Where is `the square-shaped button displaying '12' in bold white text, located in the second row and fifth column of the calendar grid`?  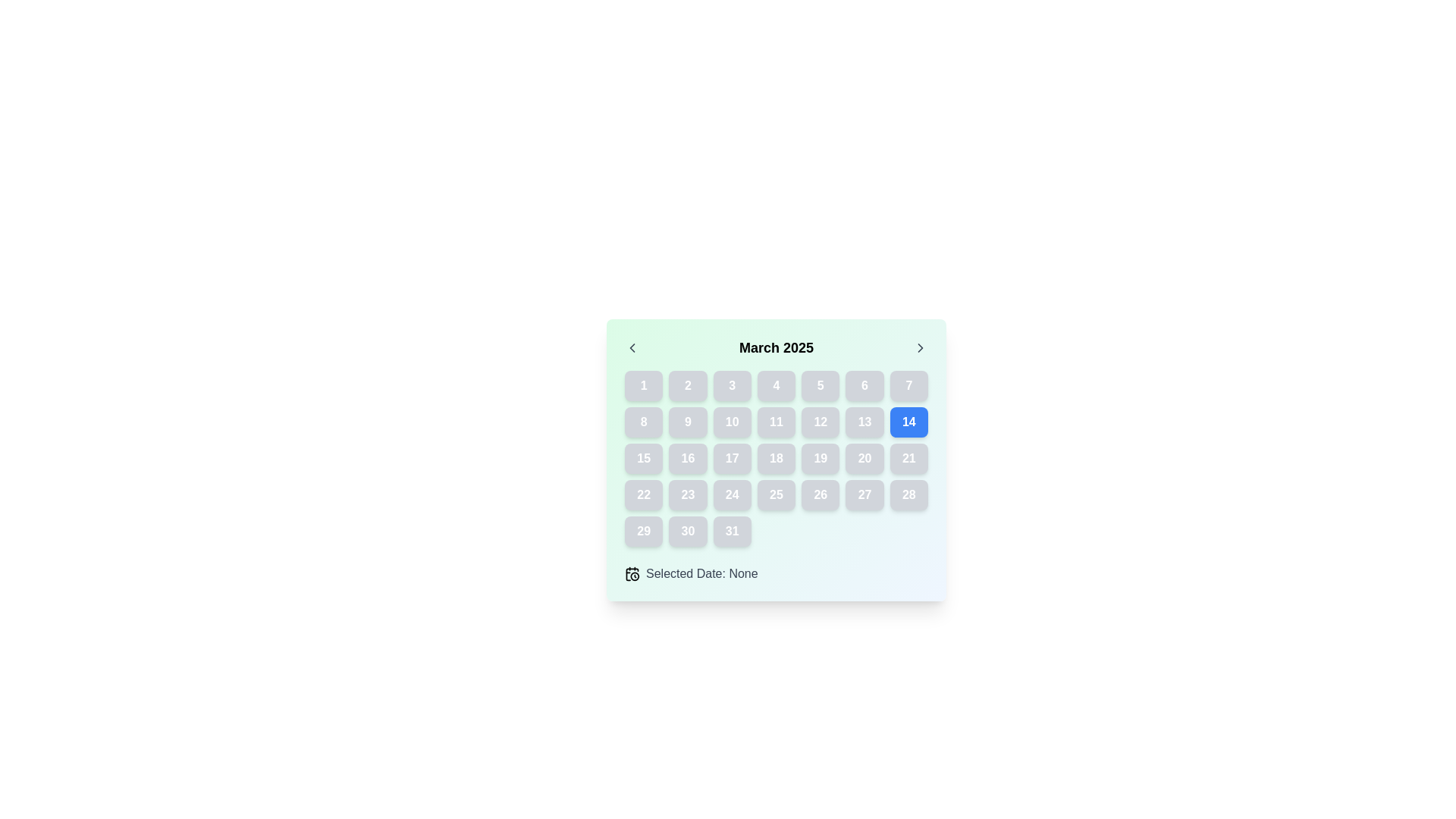 the square-shaped button displaying '12' in bold white text, located in the second row and fifth column of the calendar grid is located at coordinates (820, 422).